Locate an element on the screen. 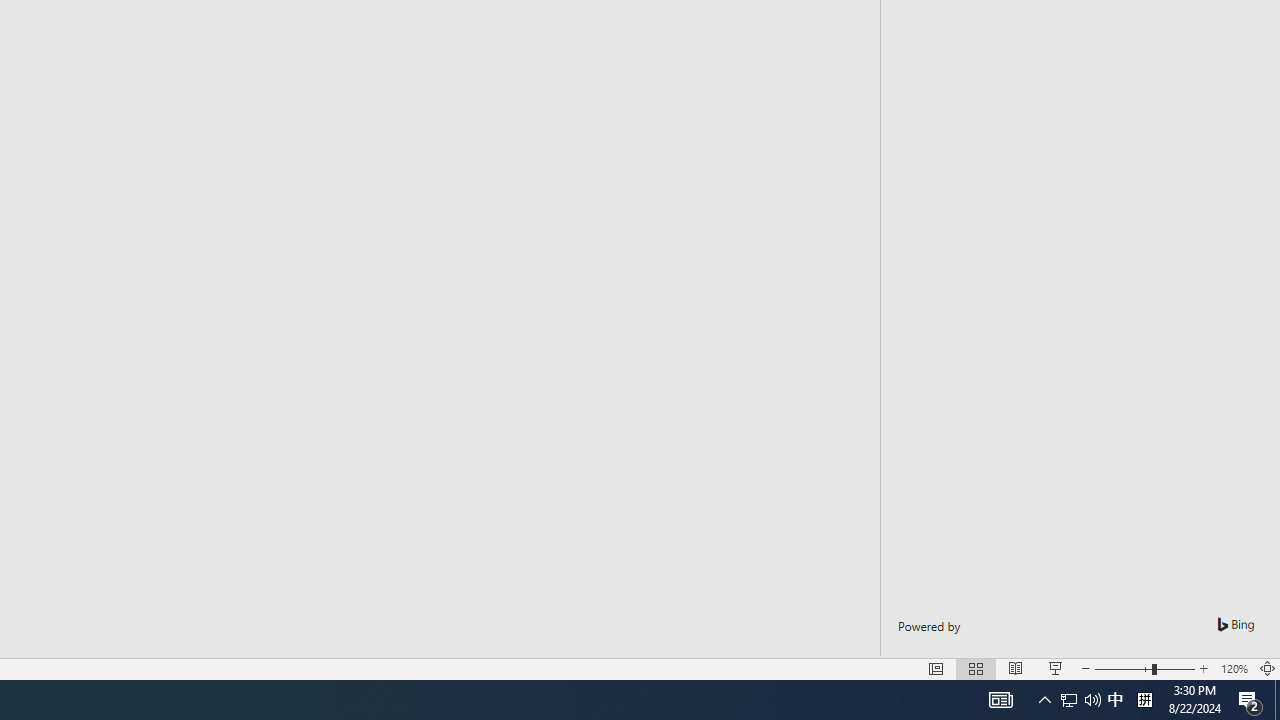 The height and width of the screenshot is (720, 1280). 'Zoom 120%' is located at coordinates (1233, 669).